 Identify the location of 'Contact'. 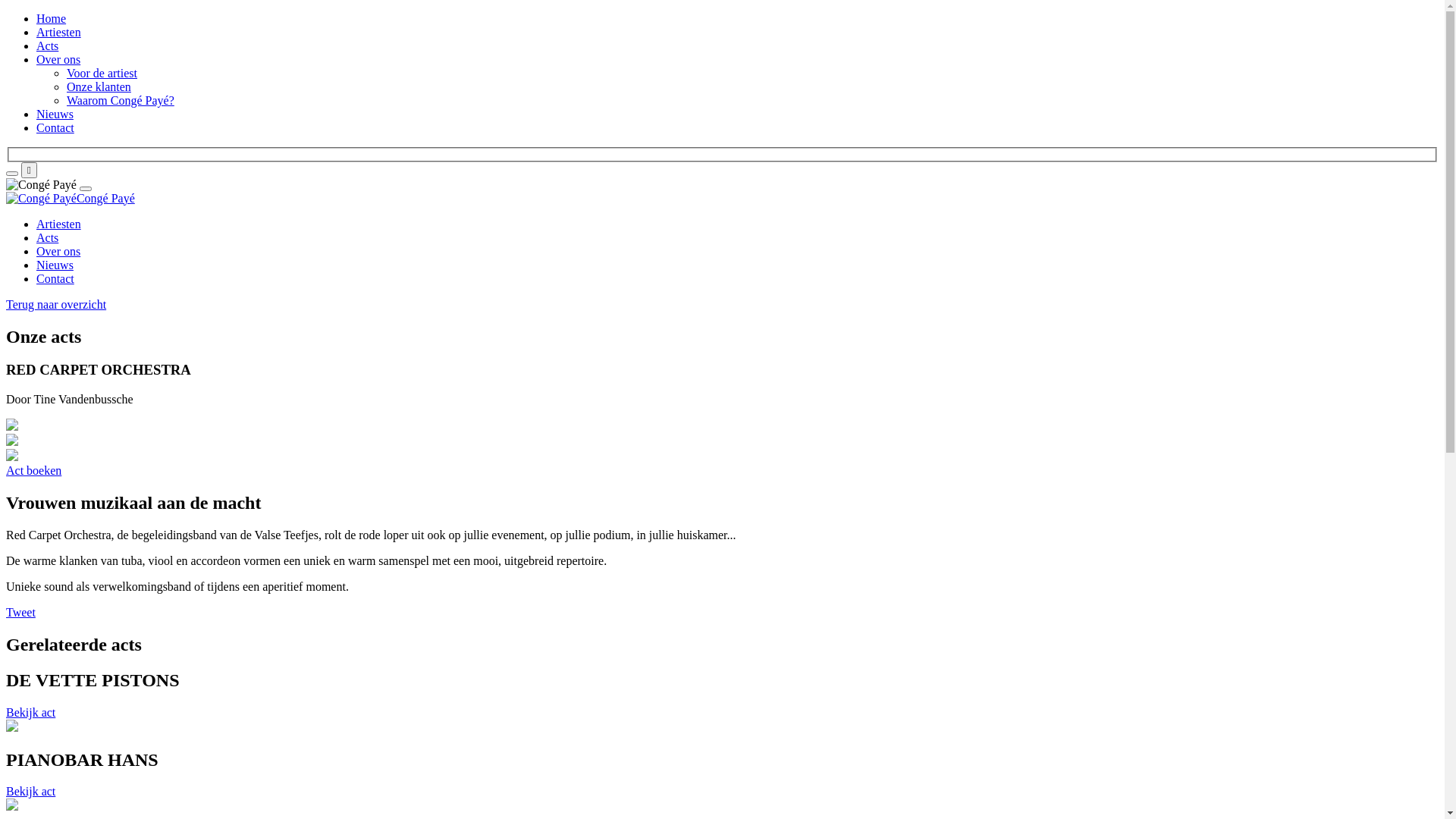
(55, 278).